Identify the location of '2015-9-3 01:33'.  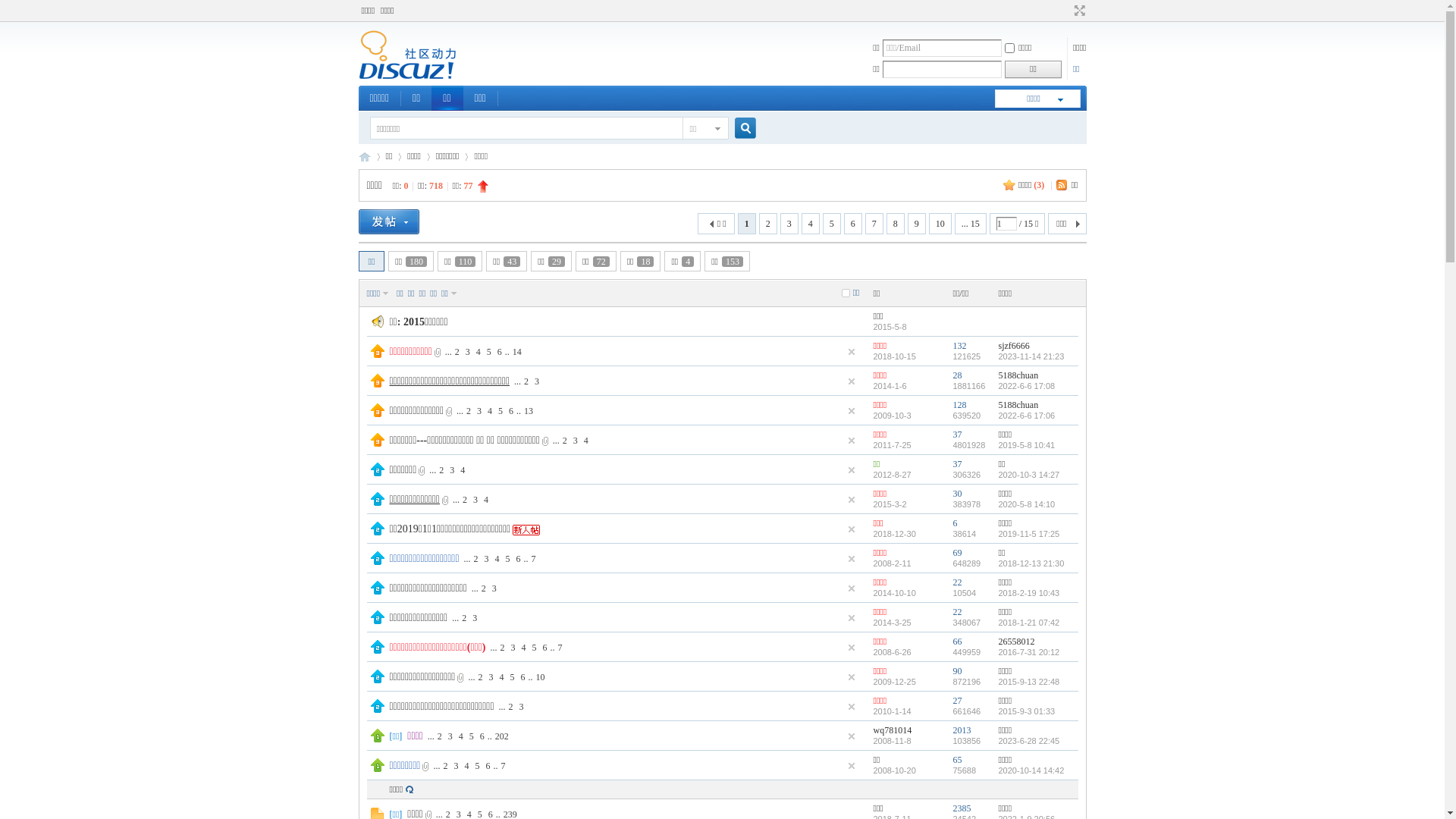
(997, 711).